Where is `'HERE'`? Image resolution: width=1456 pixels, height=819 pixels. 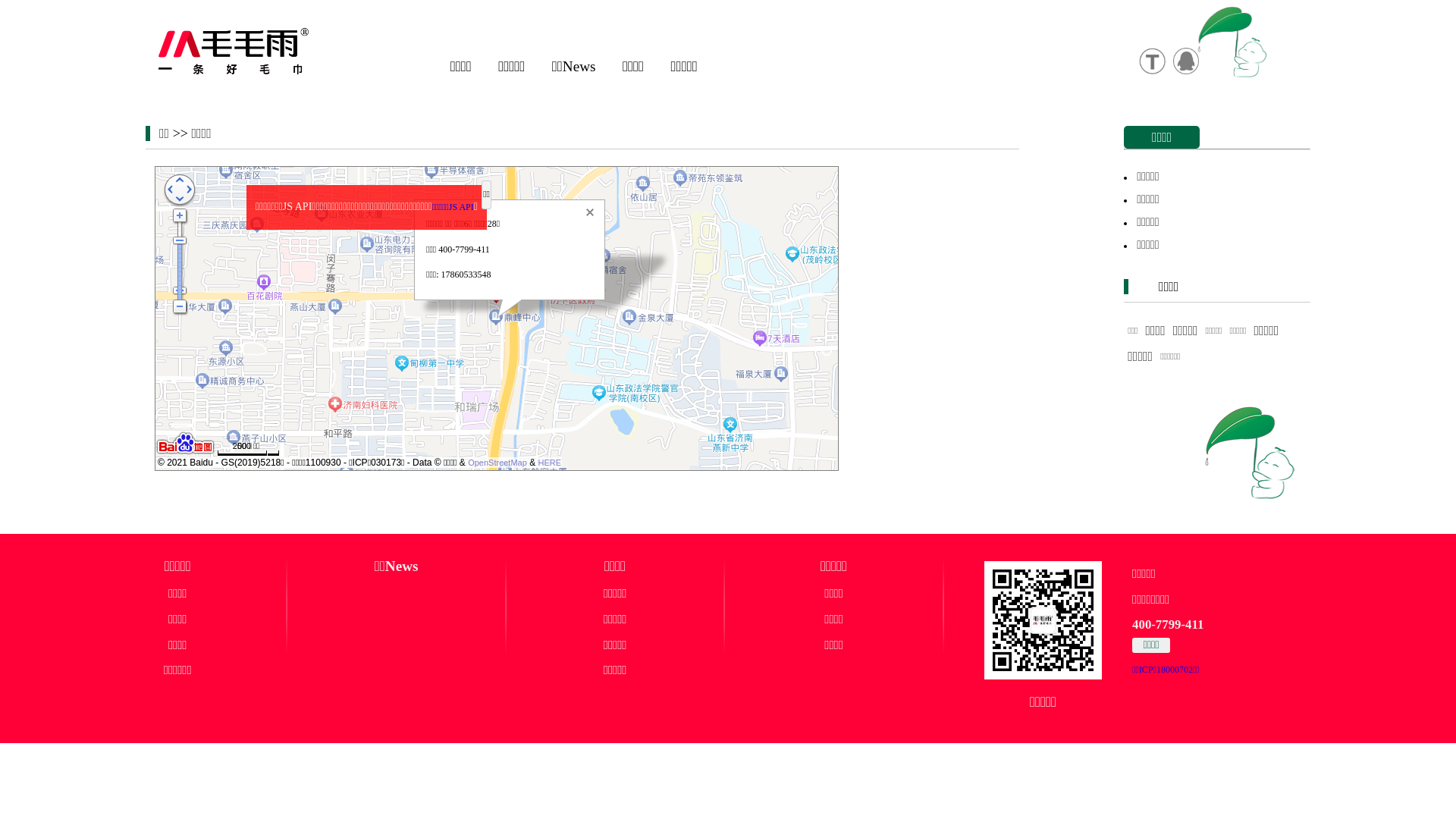
'HERE' is located at coordinates (549, 461).